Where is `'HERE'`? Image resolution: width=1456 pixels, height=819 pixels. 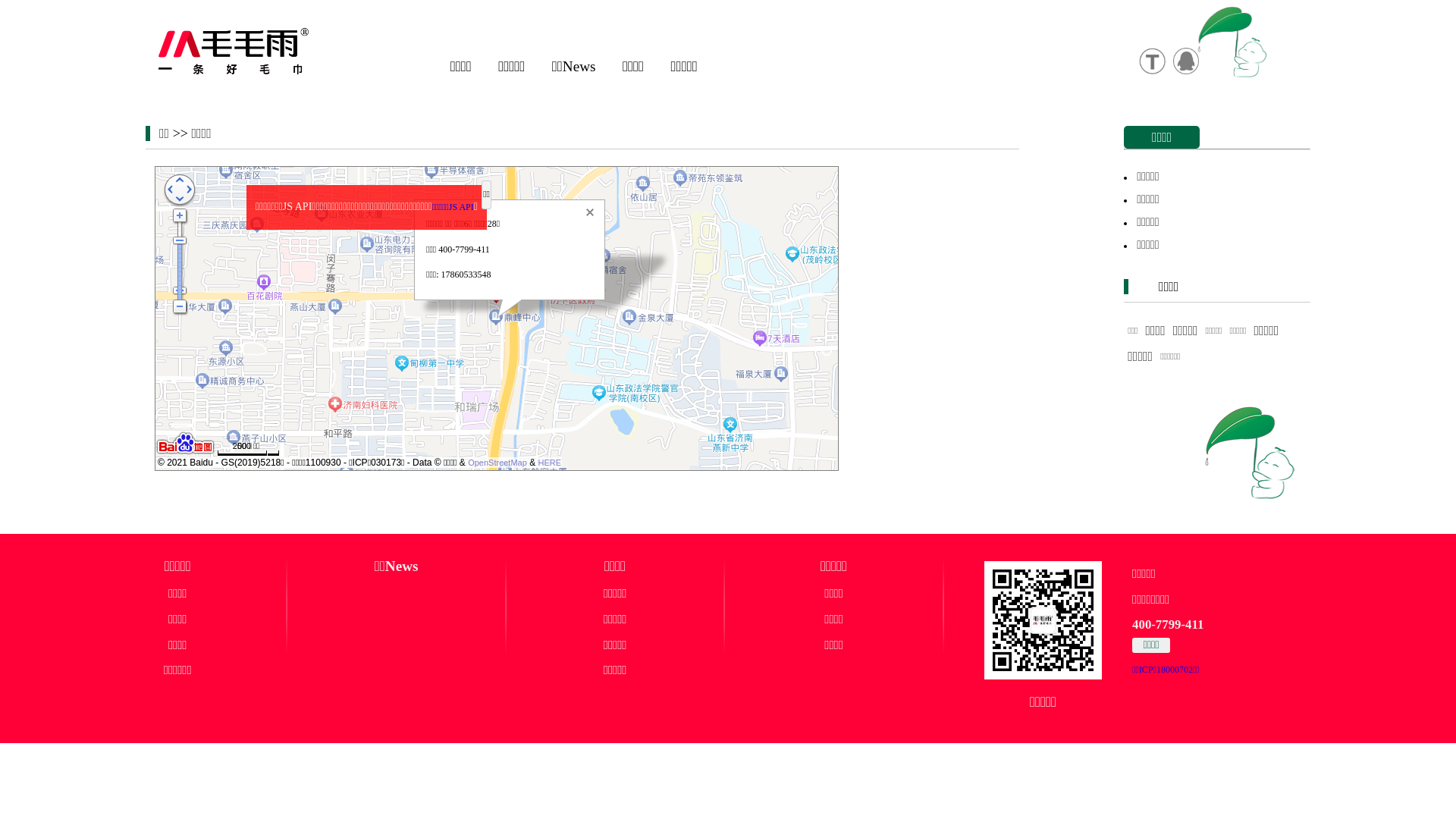
'HERE' is located at coordinates (549, 461).